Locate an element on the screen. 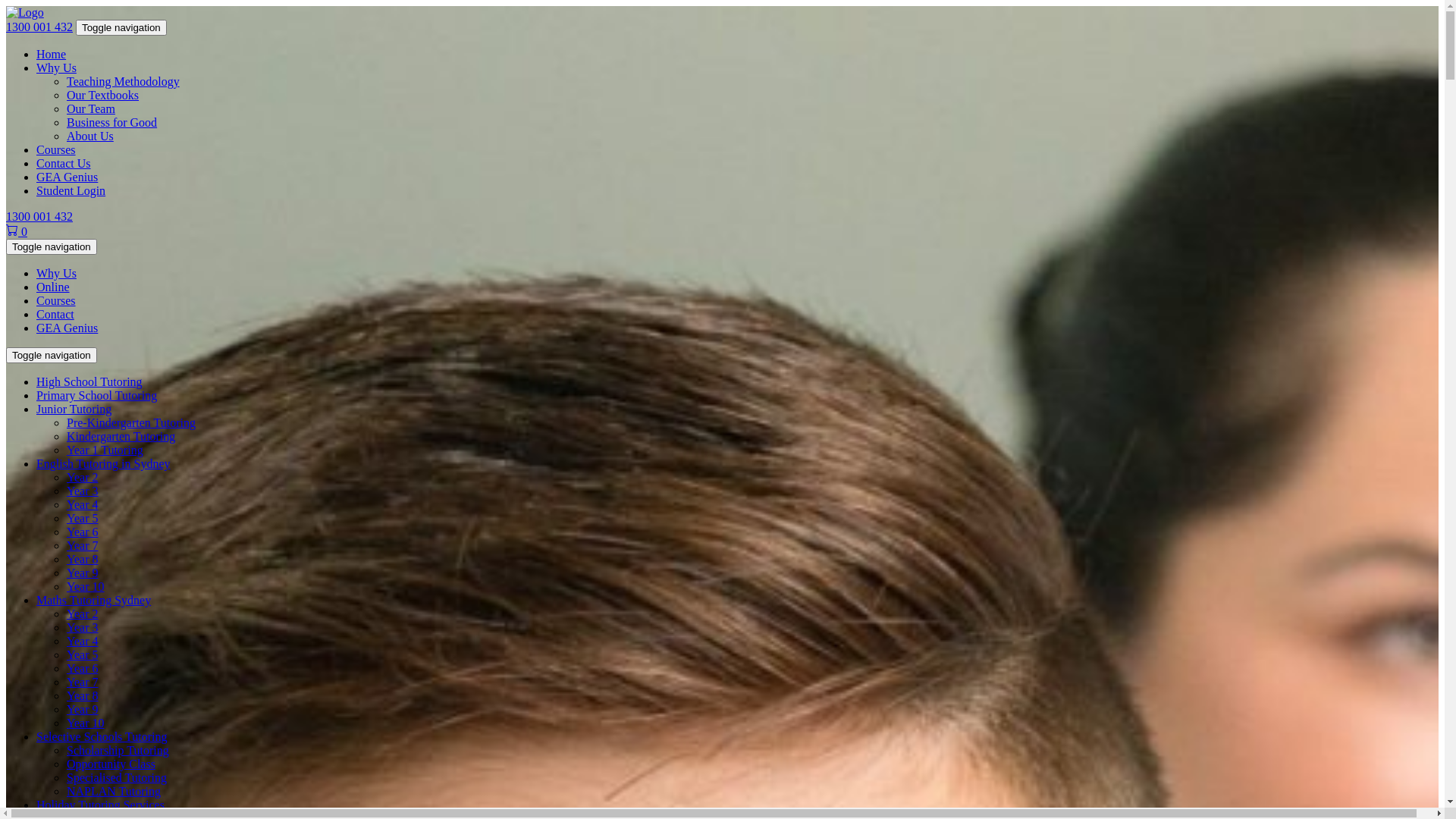 The image size is (1456, 819). 'Online' is located at coordinates (53, 287).